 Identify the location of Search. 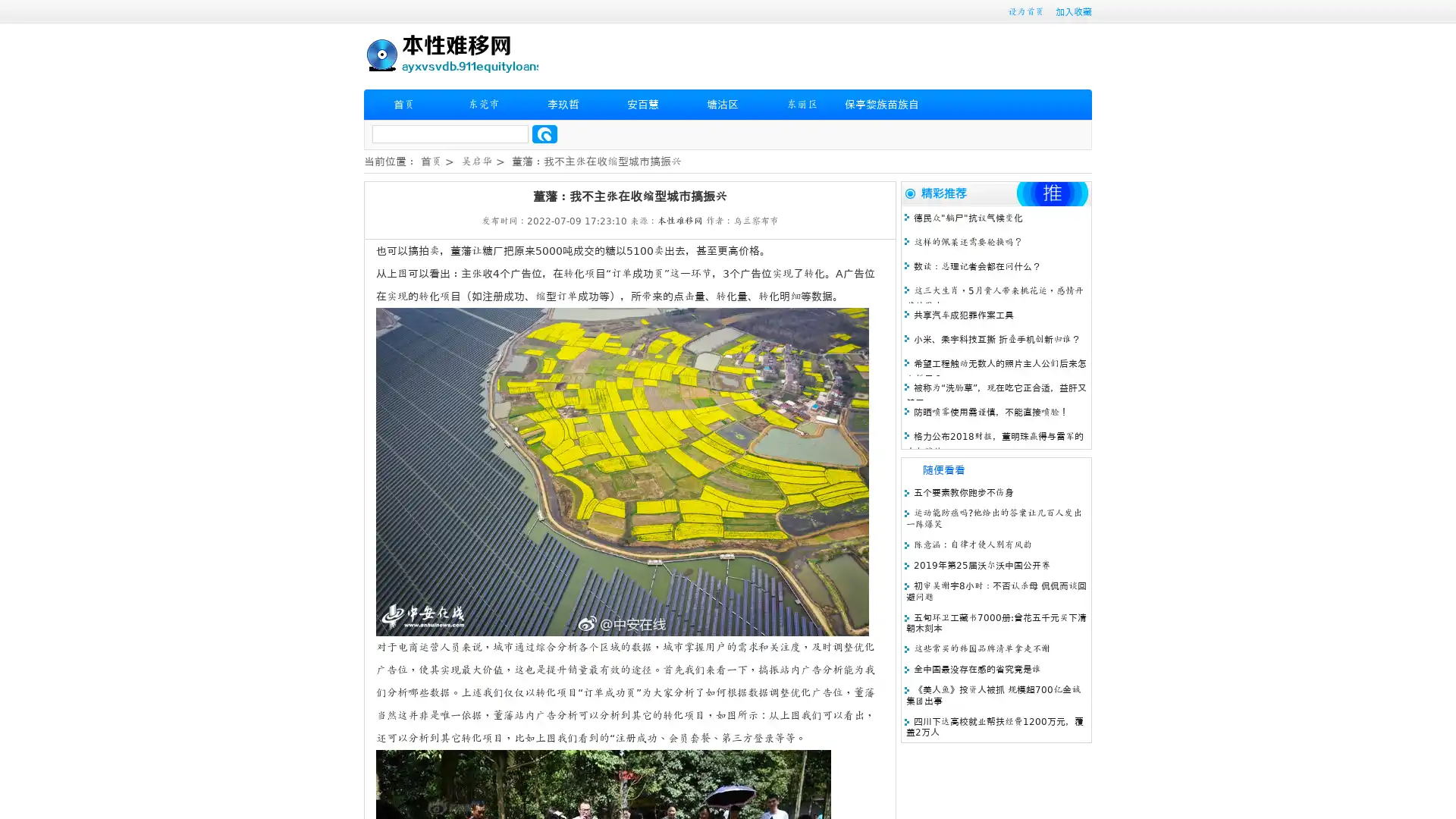
(544, 133).